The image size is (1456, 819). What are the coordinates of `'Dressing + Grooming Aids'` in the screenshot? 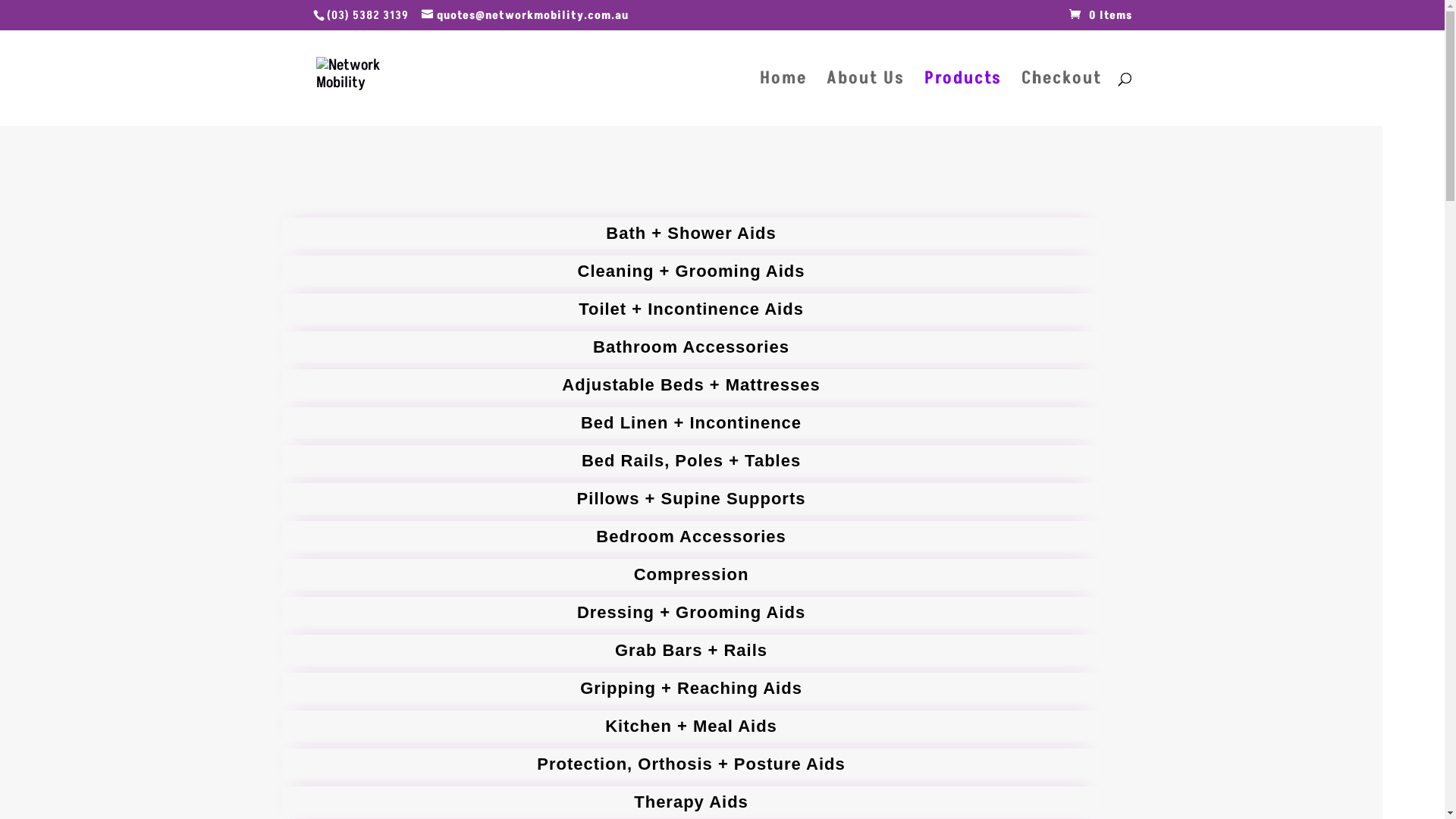 It's located at (691, 611).